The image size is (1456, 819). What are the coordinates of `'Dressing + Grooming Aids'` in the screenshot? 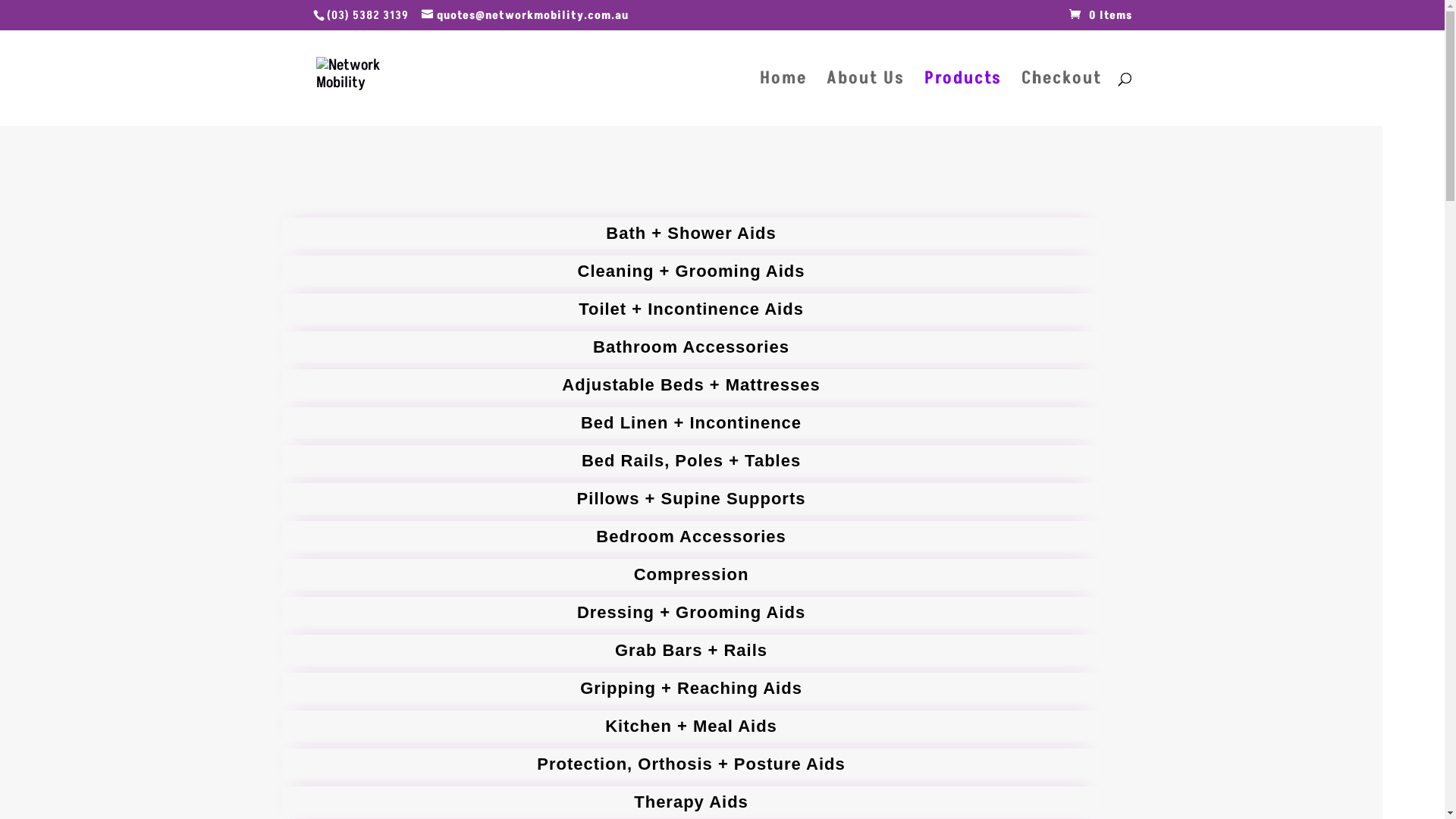 It's located at (691, 611).